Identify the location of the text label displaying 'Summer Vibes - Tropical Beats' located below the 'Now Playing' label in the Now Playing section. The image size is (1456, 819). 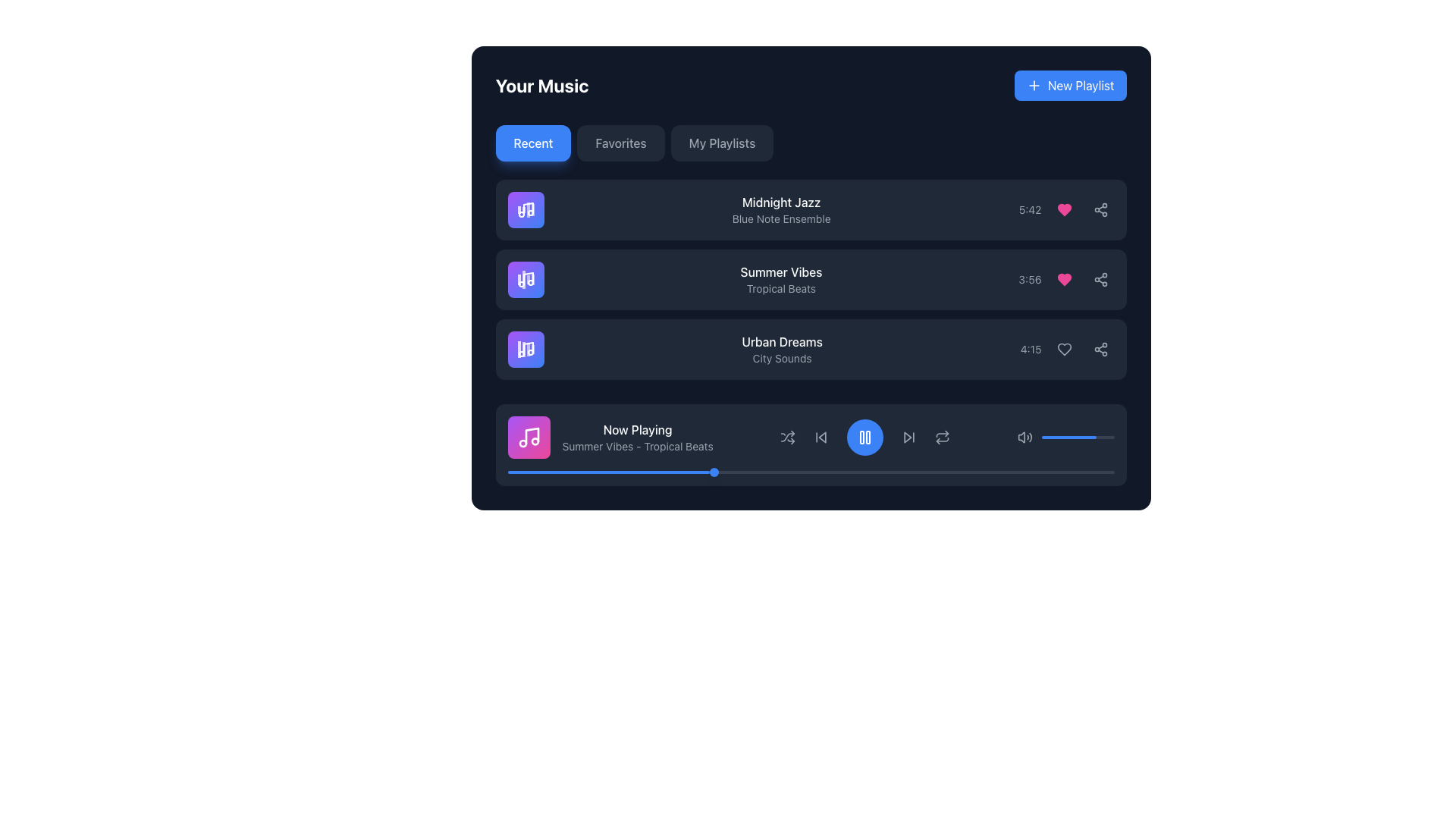
(638, 446).